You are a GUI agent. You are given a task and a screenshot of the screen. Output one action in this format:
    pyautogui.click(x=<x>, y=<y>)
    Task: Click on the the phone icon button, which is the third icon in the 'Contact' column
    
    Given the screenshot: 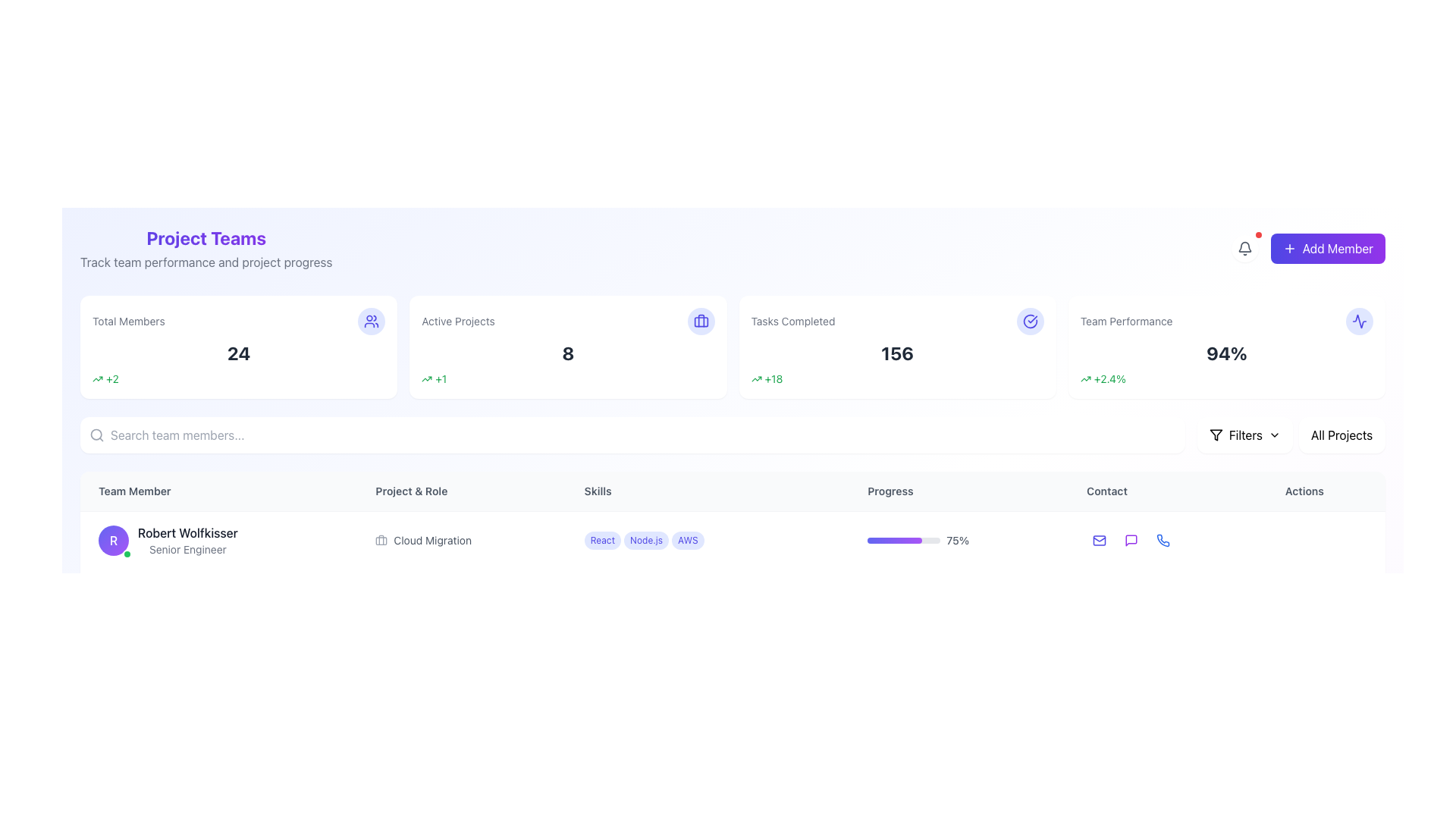 What is the action you would take?
    pyautogui.click(x=1167, y=540)
    